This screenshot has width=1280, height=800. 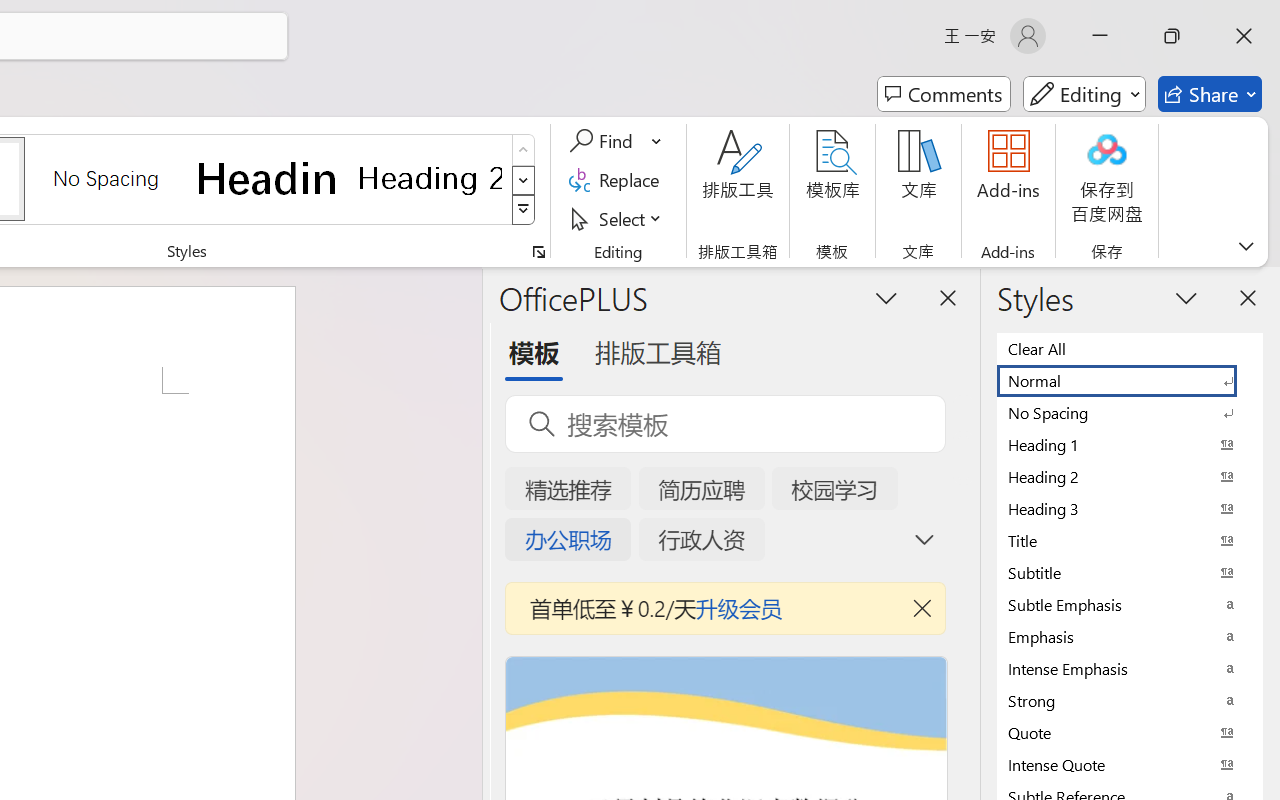 What do you see at coordinates (1130, 700) in the screenshot?
I see `'Strong'` at bounding box center [1130, 700].